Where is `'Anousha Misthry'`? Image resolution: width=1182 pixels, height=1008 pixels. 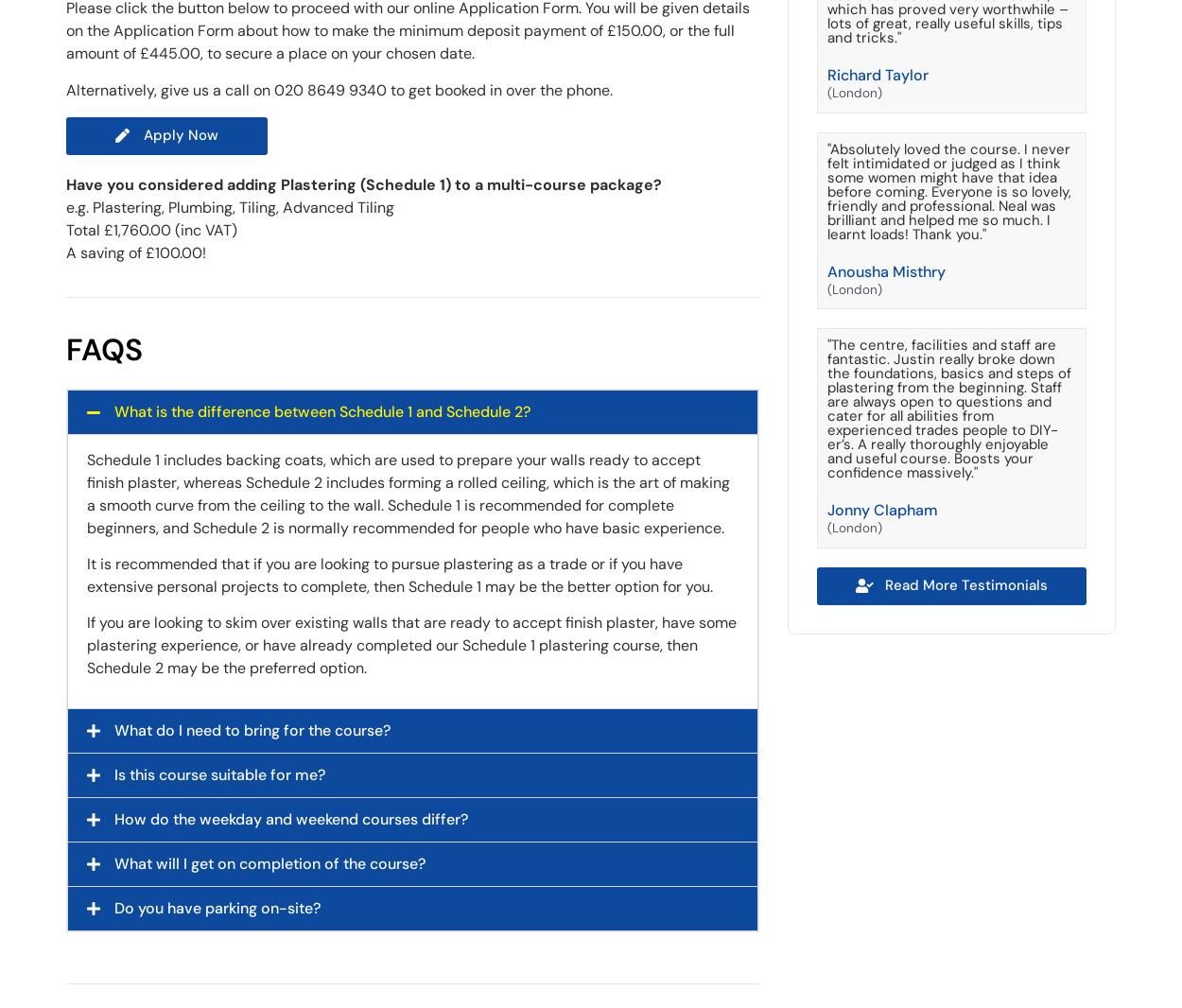 'Anousha Misthry' is located at coordinates (886, 270).